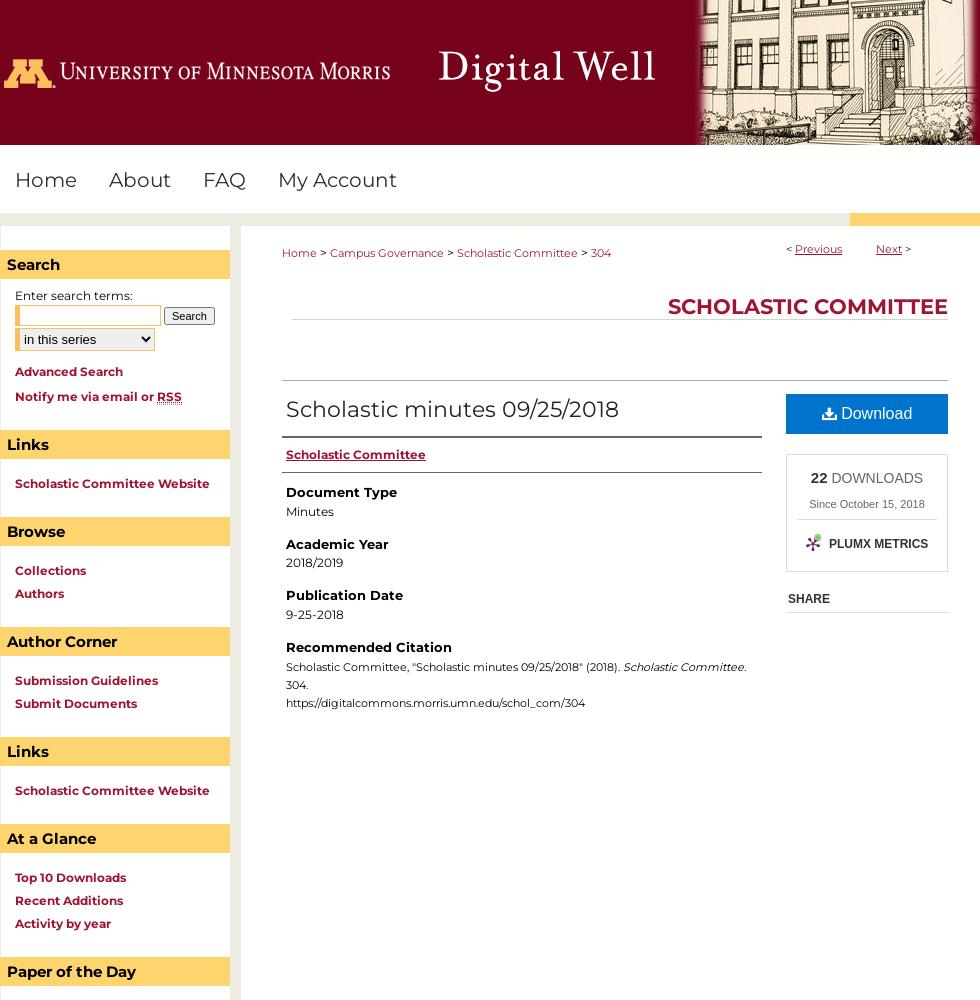  Describe the element at coordinates (866, 504) in the screenshot. I see `'Since October 15, 2018'` at that location.